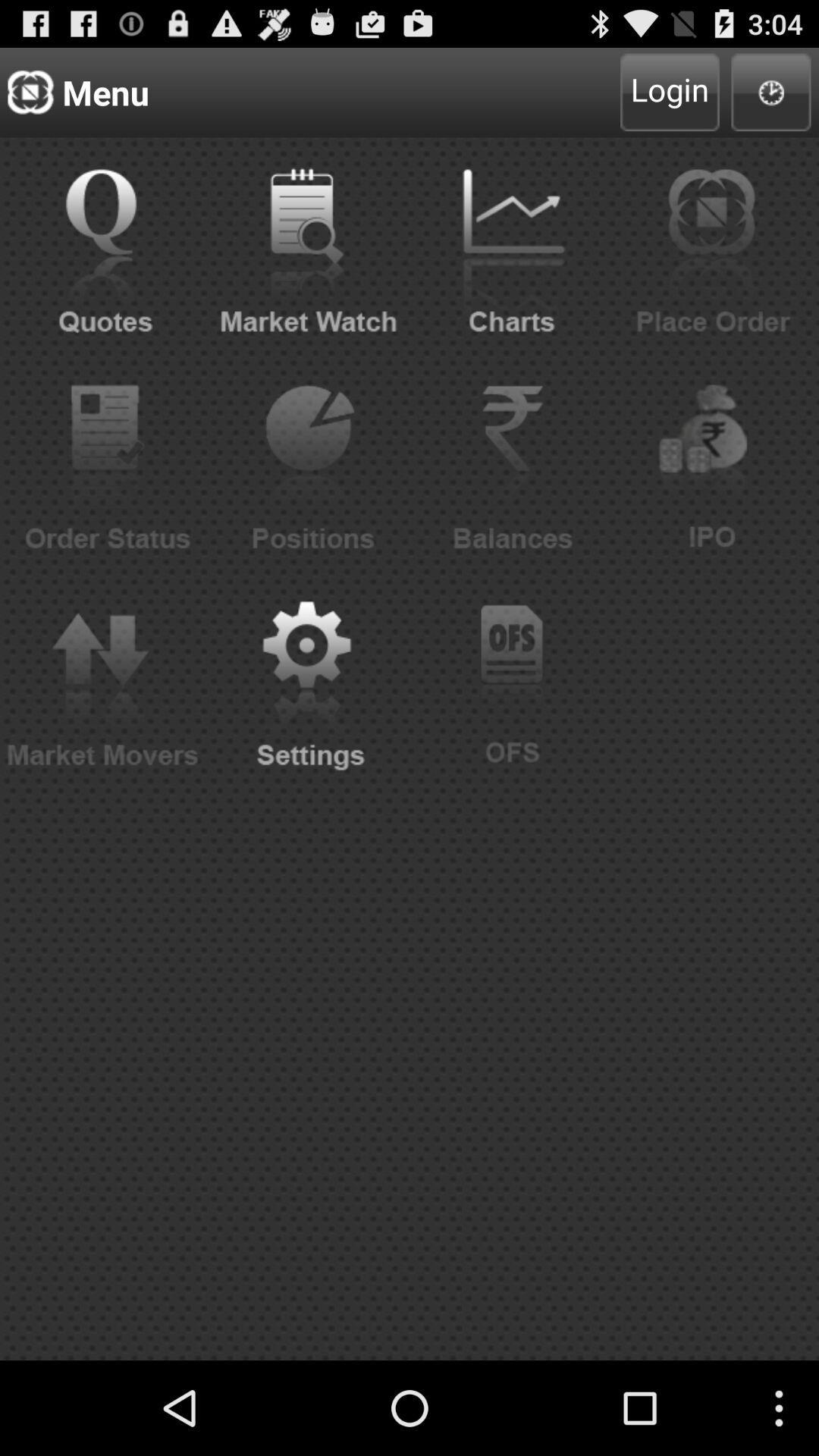  What do you see at coordinates (669, 91) in the screenshot?
I see `login icon` at bounding box center [669, 91].